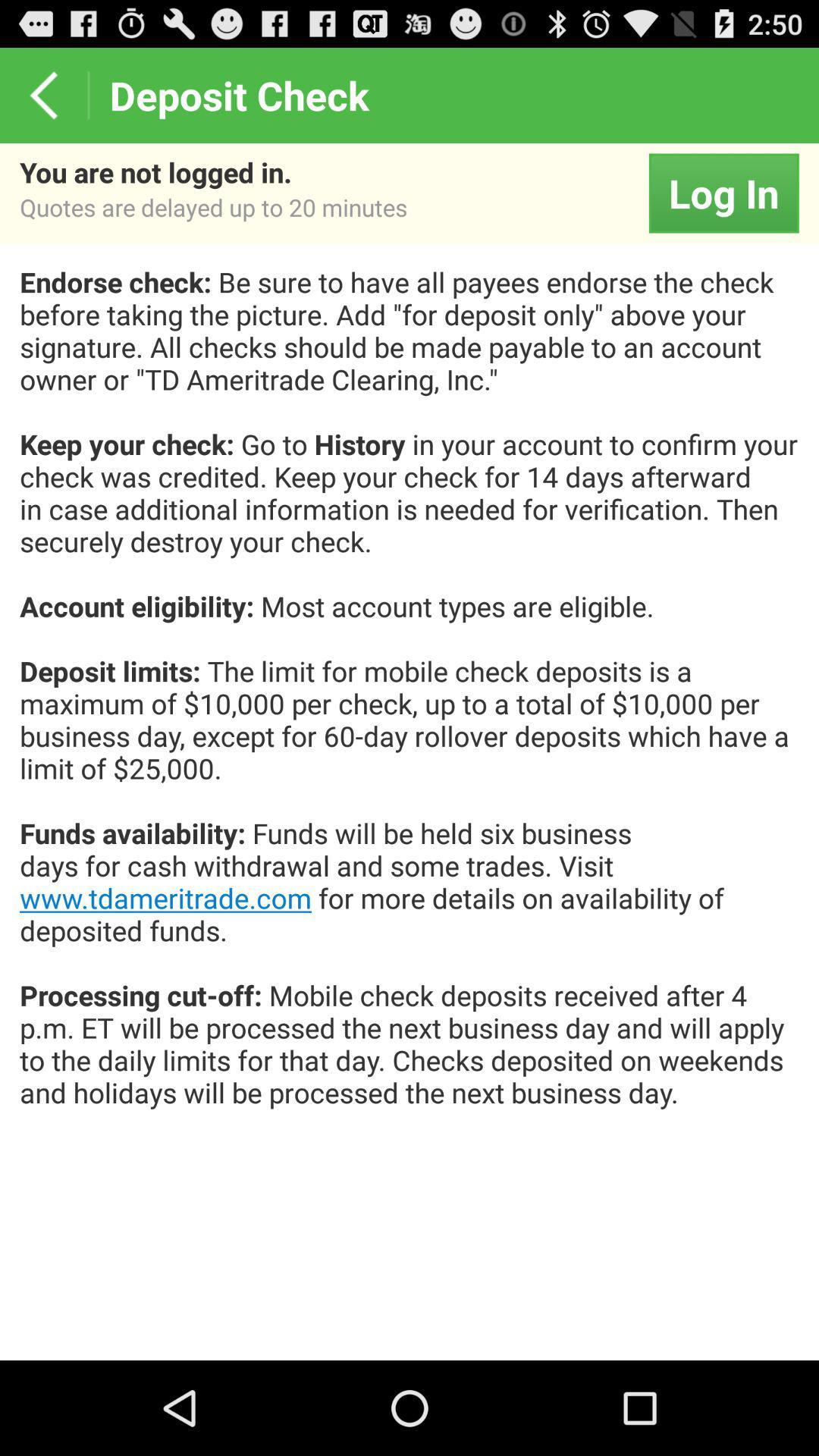 The height and width of the screenshot is (1456, 819). I want to click on the log in, so click(723, 192).